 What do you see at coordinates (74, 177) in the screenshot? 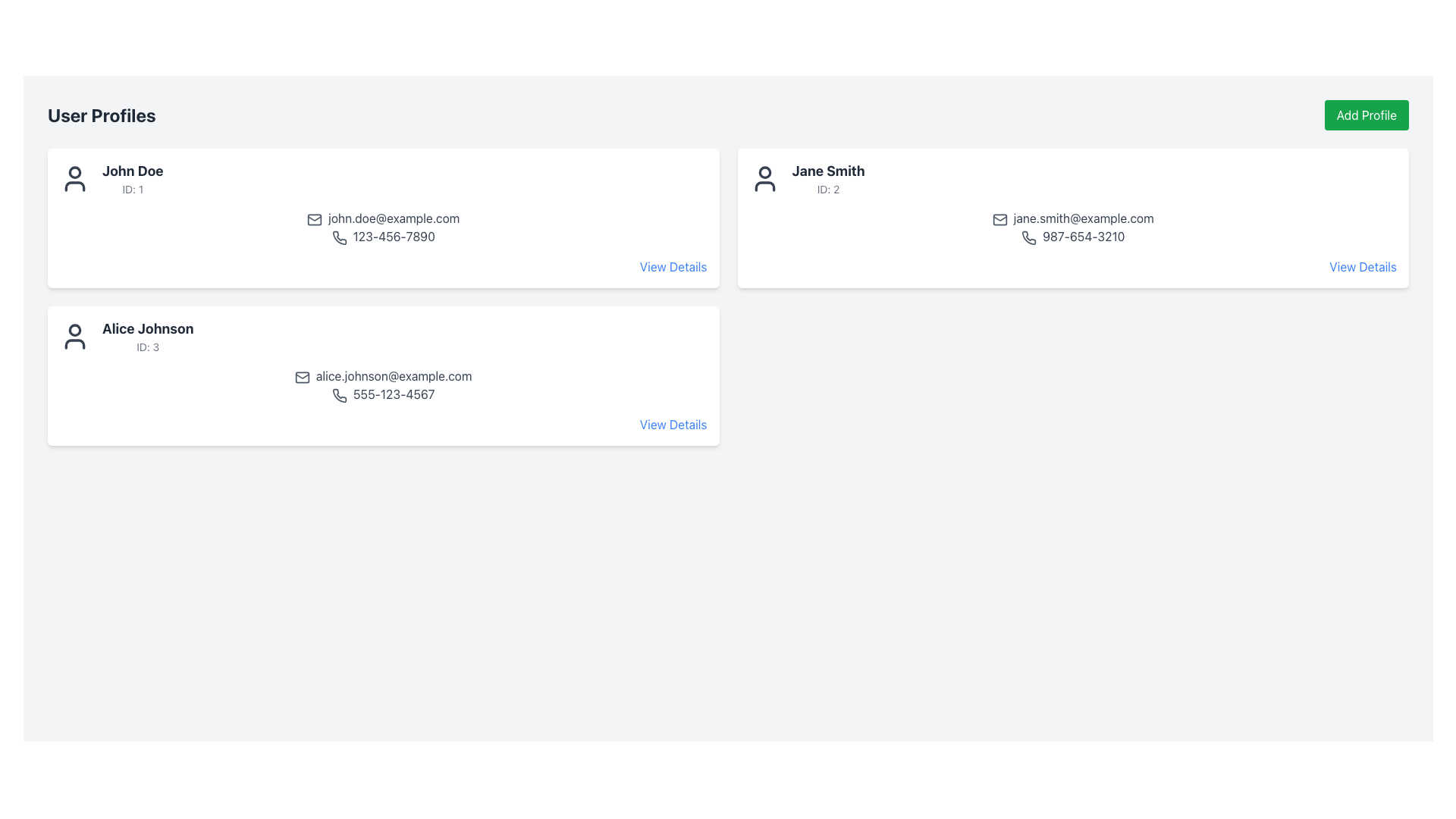
I see `the user icon, which is a gray circular head above a semi-circular body outline, located at the top-left corner of the profile card for 'John Doe'` at bounding box center [74, 177].